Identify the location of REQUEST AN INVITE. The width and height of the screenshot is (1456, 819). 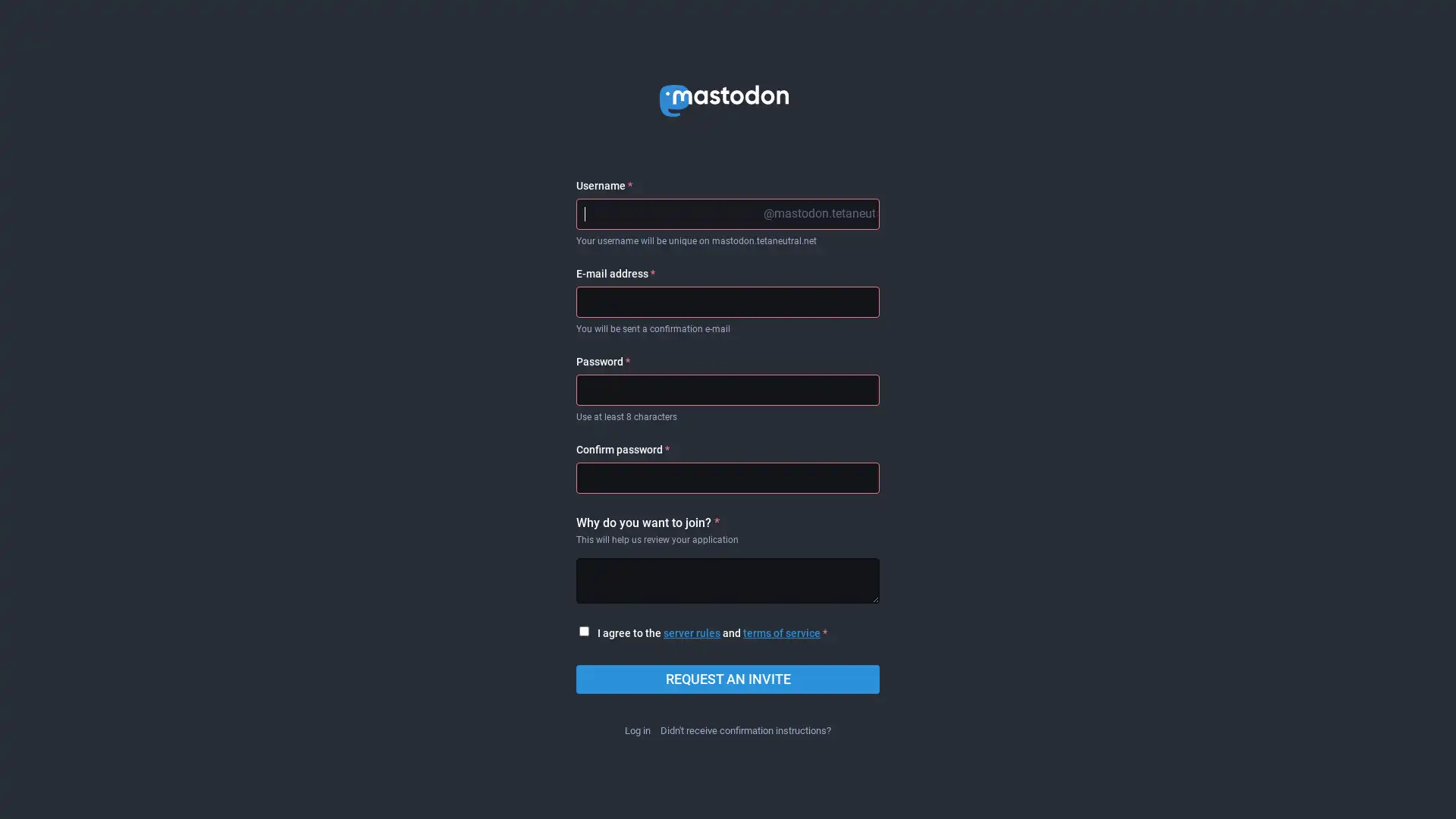
(728, 678).